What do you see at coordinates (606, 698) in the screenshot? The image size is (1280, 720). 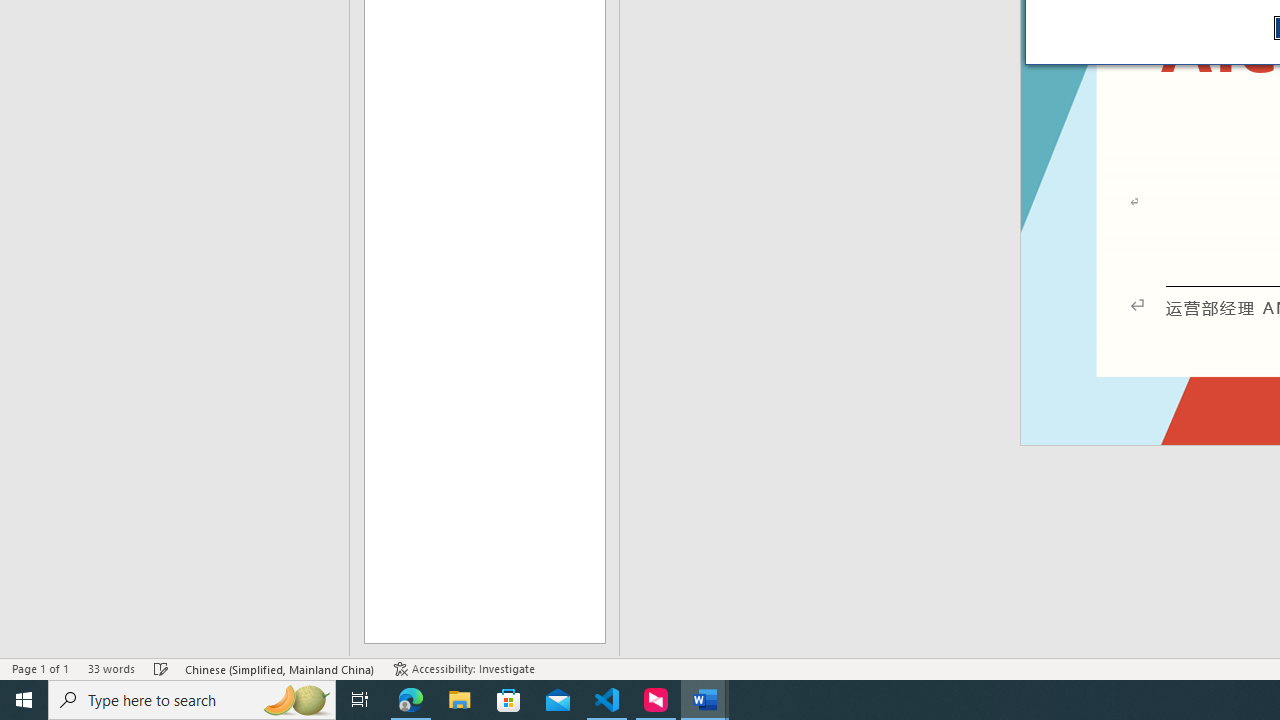 I see `'Visual Studio Code - 1 running window'` at bounding box center [606, 698].